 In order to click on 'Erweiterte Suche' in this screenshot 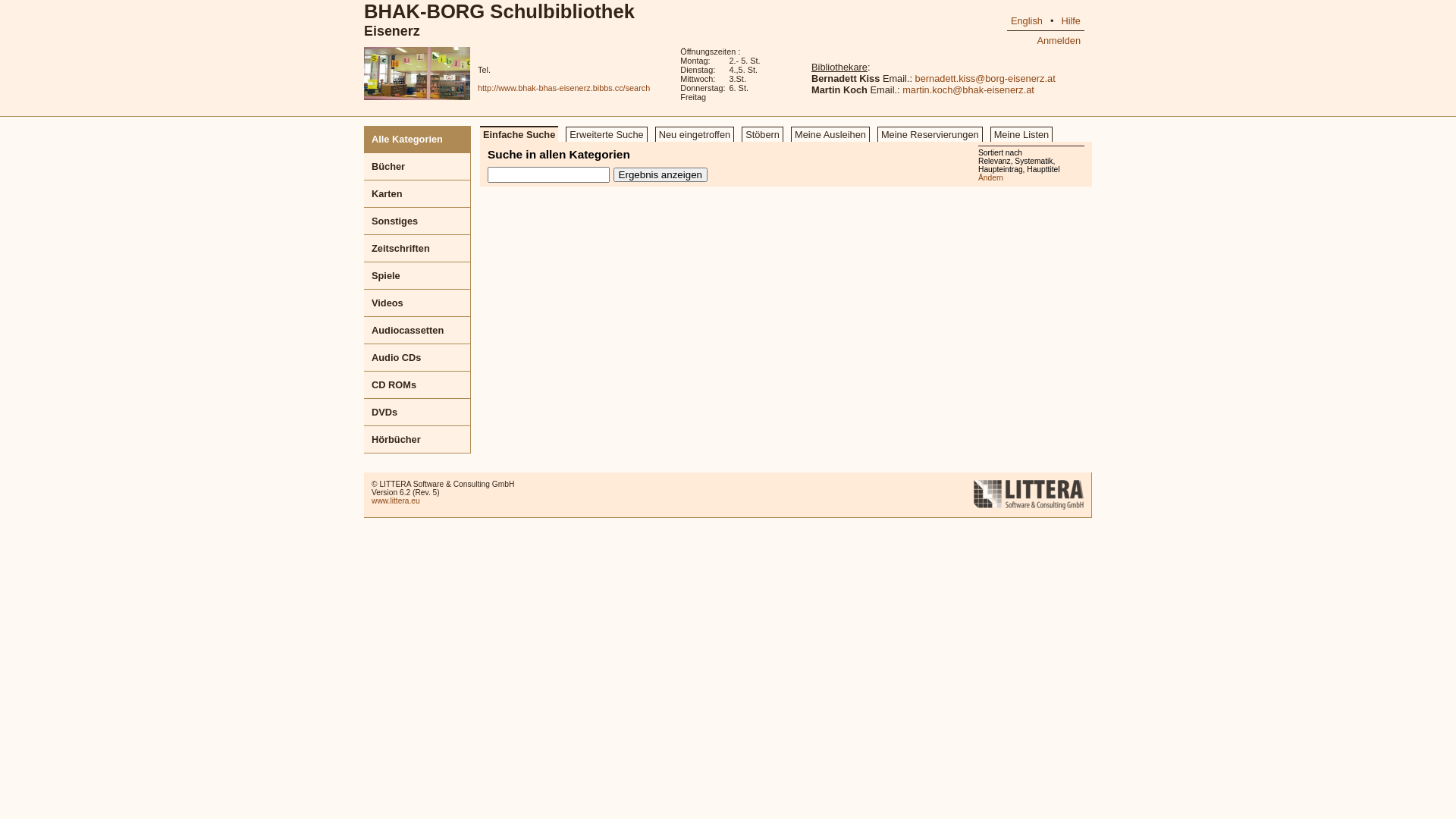, I will do `click(605, 133)`.